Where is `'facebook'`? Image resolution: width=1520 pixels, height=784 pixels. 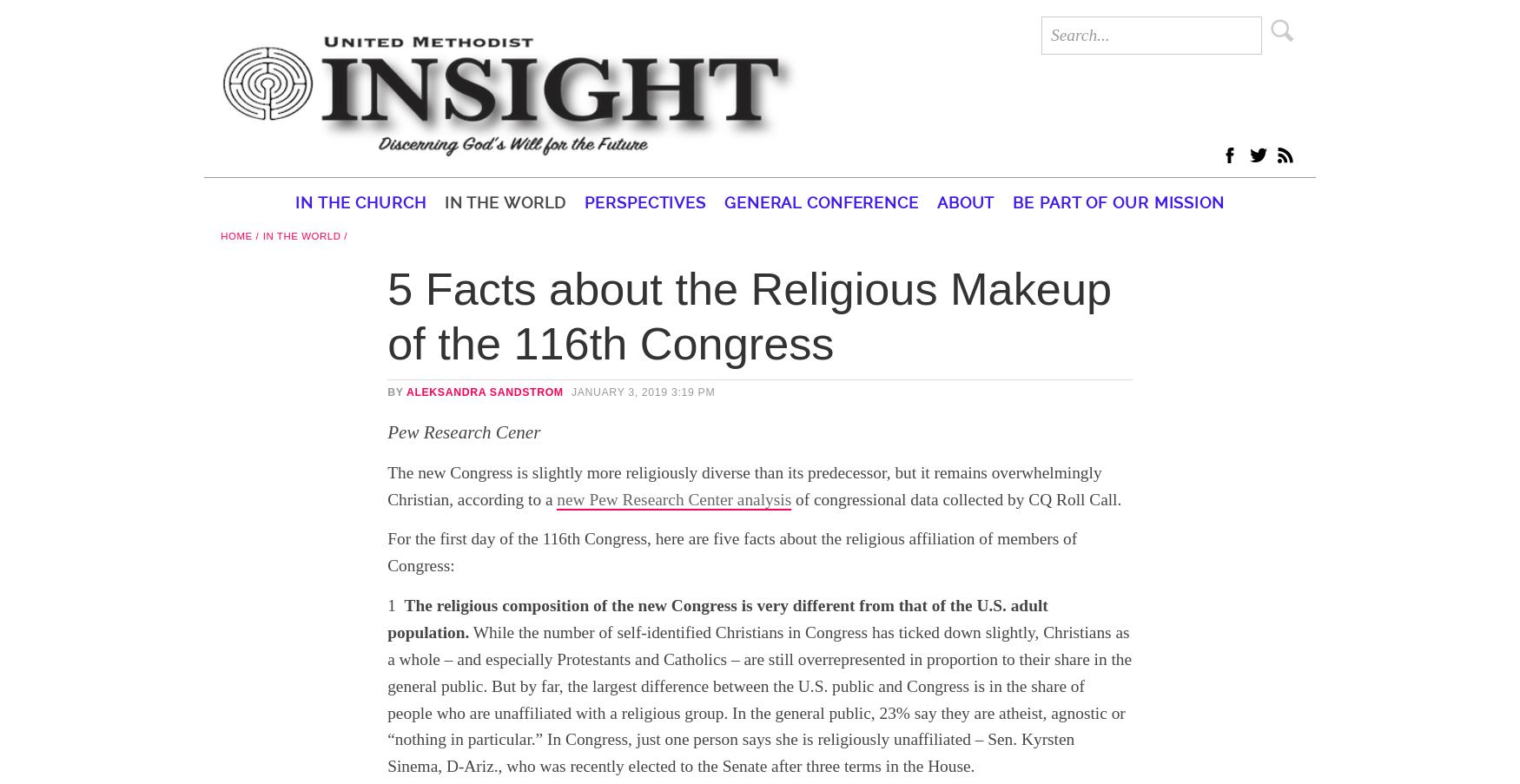 'facebook' is located at coordinates (1396, 150).